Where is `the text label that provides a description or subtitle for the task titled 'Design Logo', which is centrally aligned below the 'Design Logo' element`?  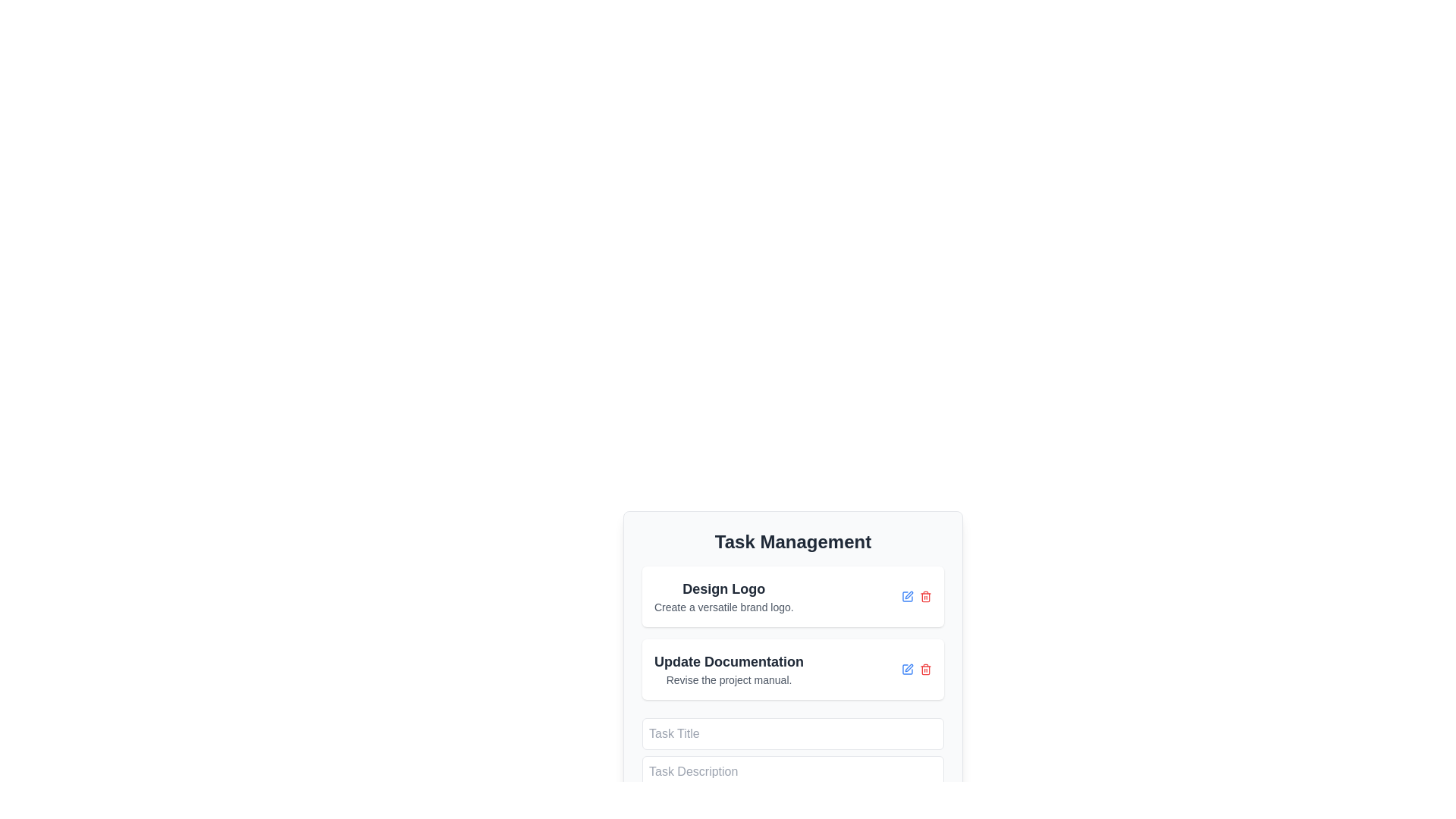 the text label that provides a description or subtitle for the task titled 'Design Logo', which is centrally aligned below the 'Design Logo' element is located at coordinates (723, 607).